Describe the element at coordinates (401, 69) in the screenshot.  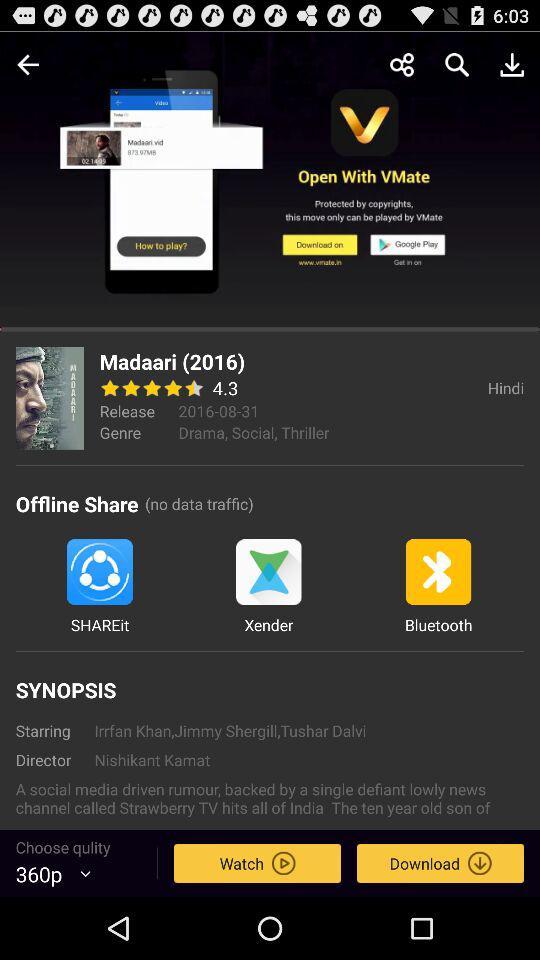
I see `the share icon` at that location.